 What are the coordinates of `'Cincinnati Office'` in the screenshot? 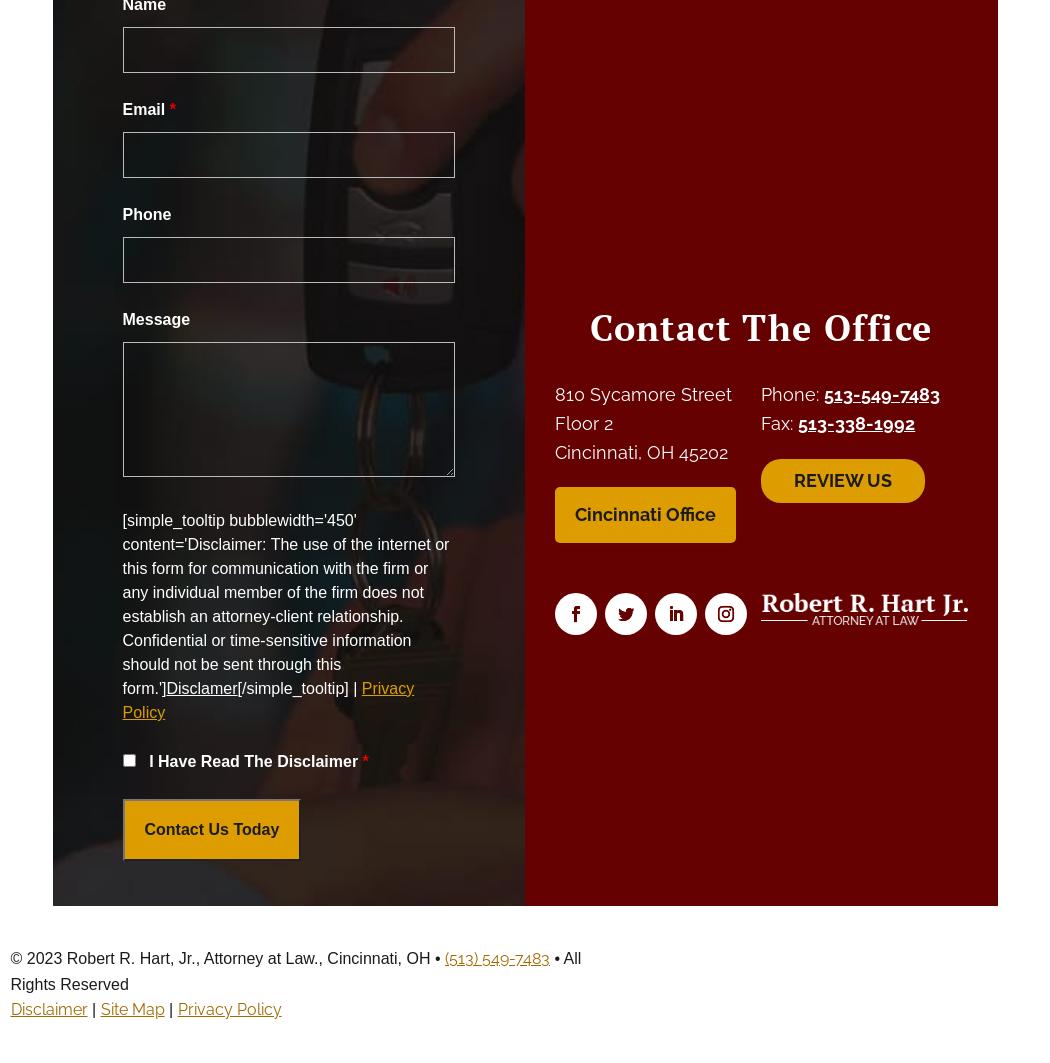 It's located at (644, 513).